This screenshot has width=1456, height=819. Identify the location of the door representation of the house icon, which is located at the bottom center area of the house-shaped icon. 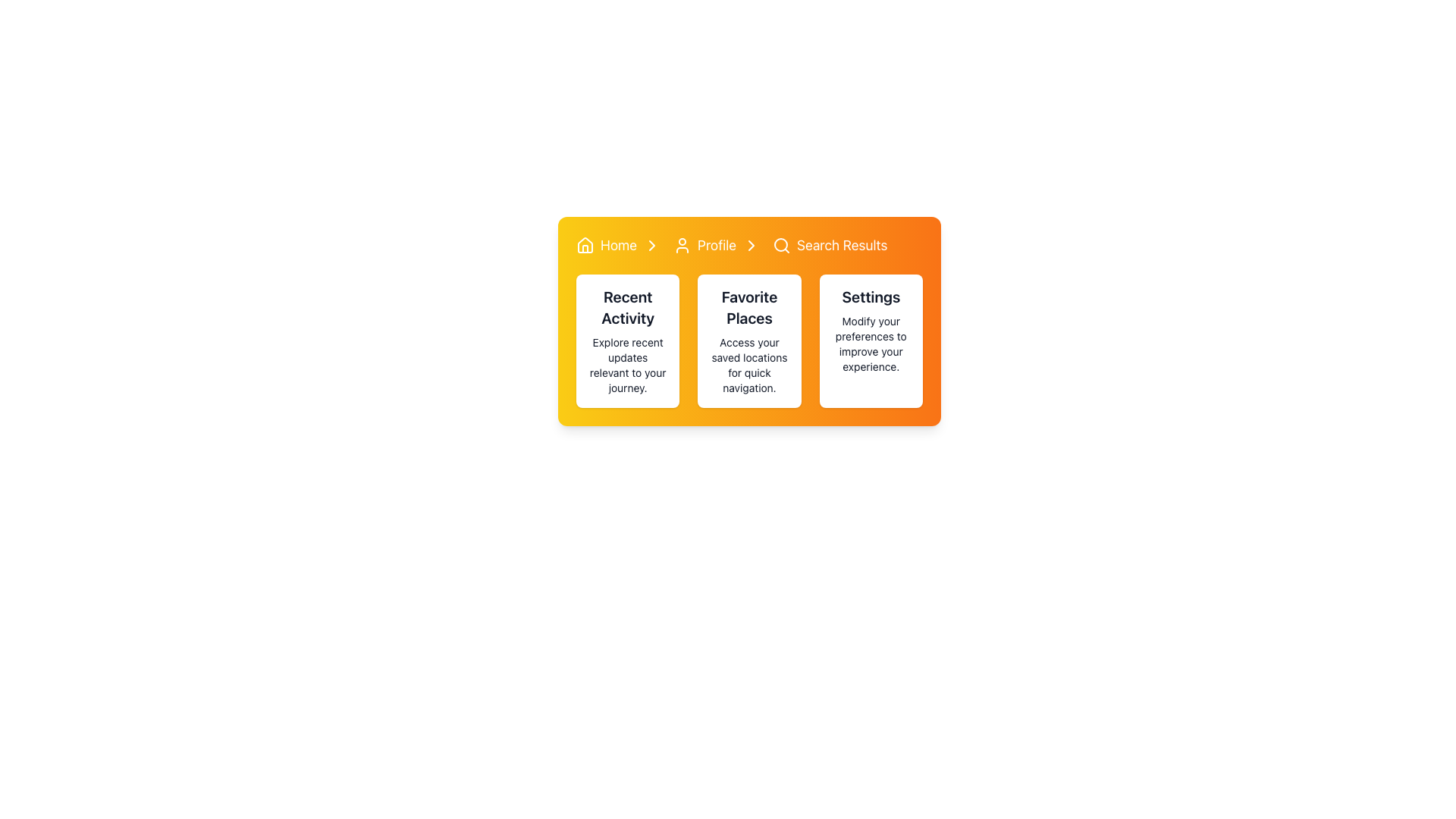
(585, 248).